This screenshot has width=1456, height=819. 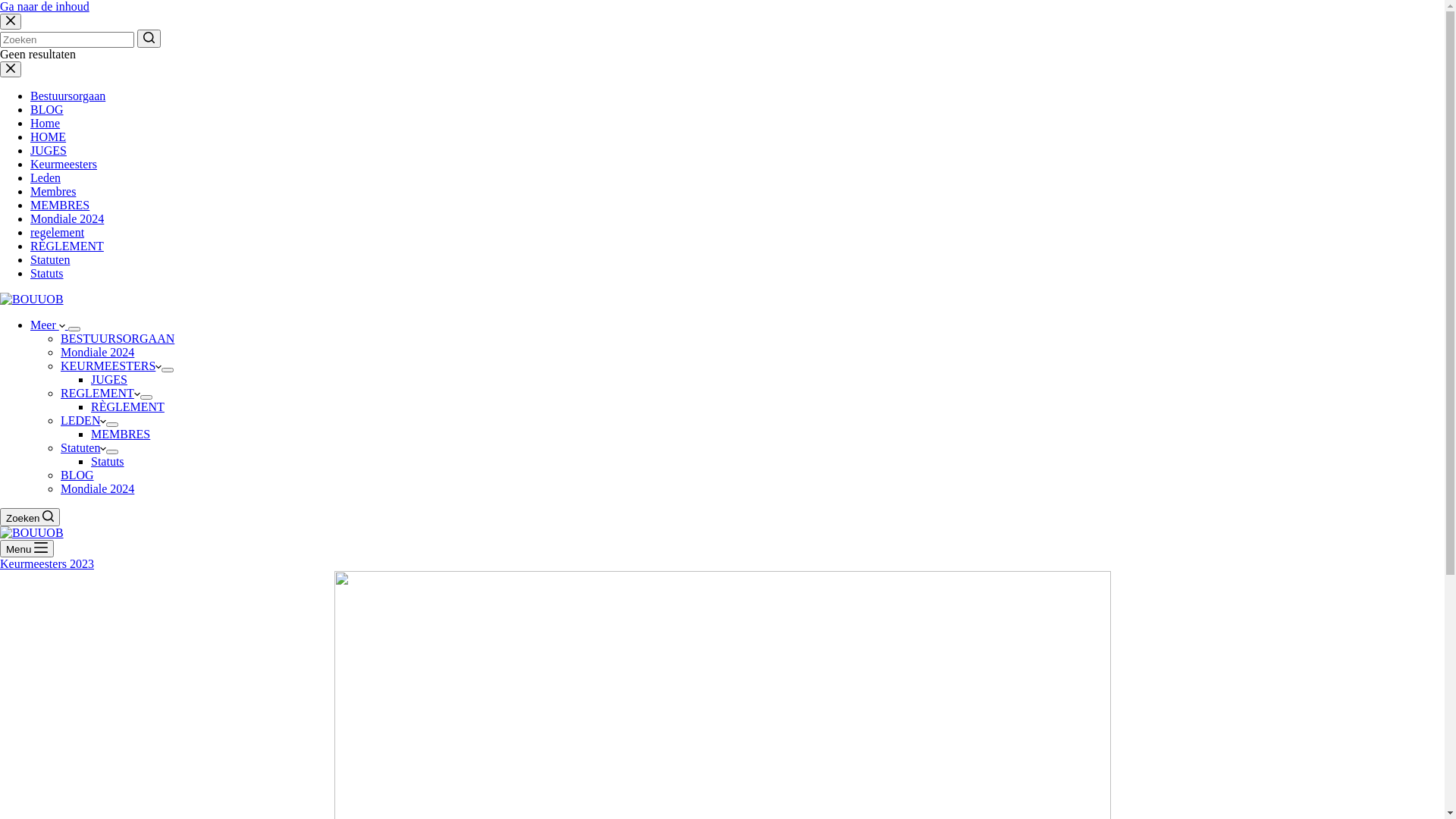 What do you see at coordinates (61, 366) in the screenshot?
I see `'KEURMEESTERS'` at bounding box center [61, 366].